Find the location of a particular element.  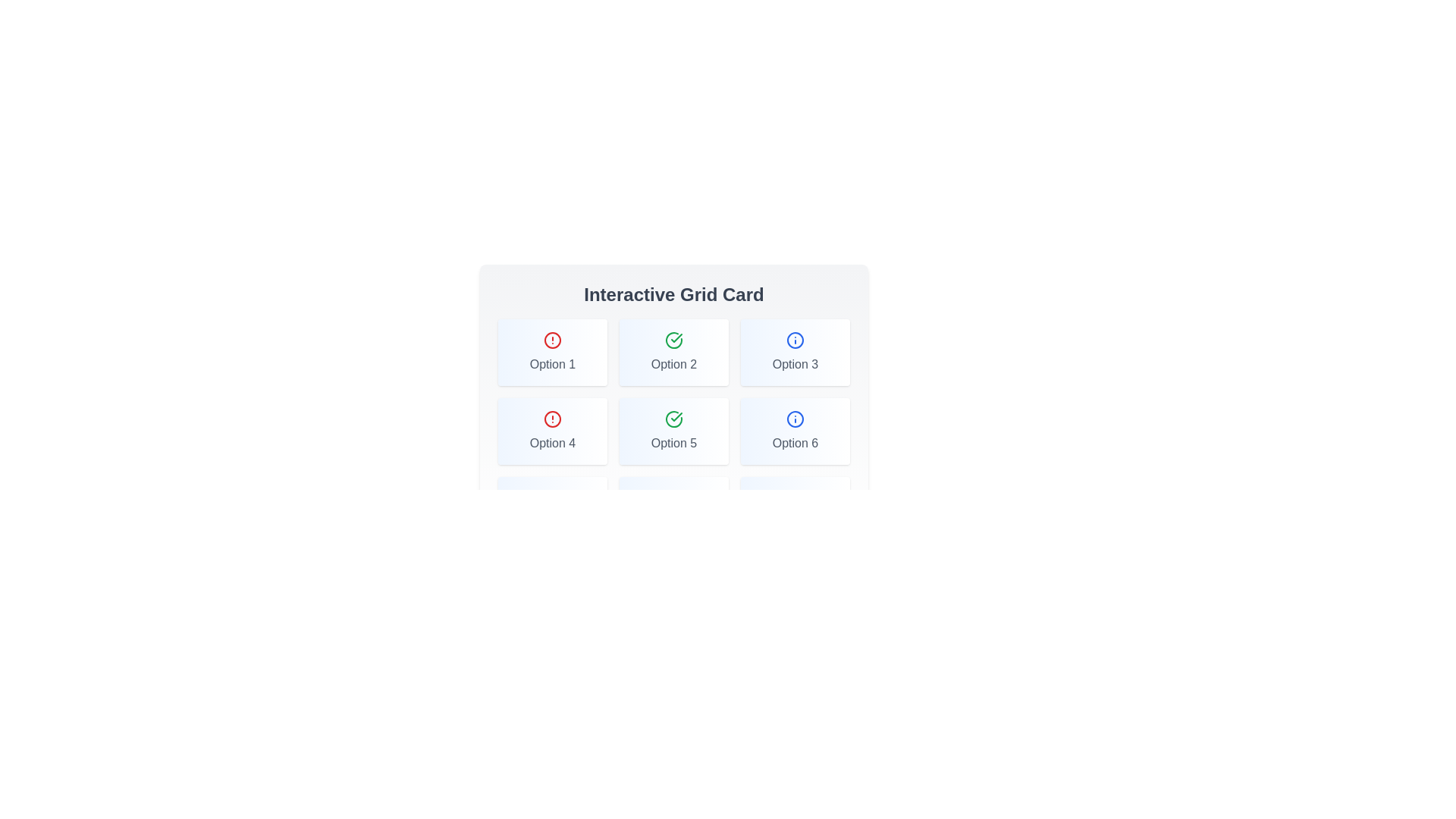

the circular icon featuring a green border and checkmark inside, located in the second column of the first row of the 'Option 2' grid block in the 'Interactive Grid Card' interface, via scripts is located at coordinates (673, 419).